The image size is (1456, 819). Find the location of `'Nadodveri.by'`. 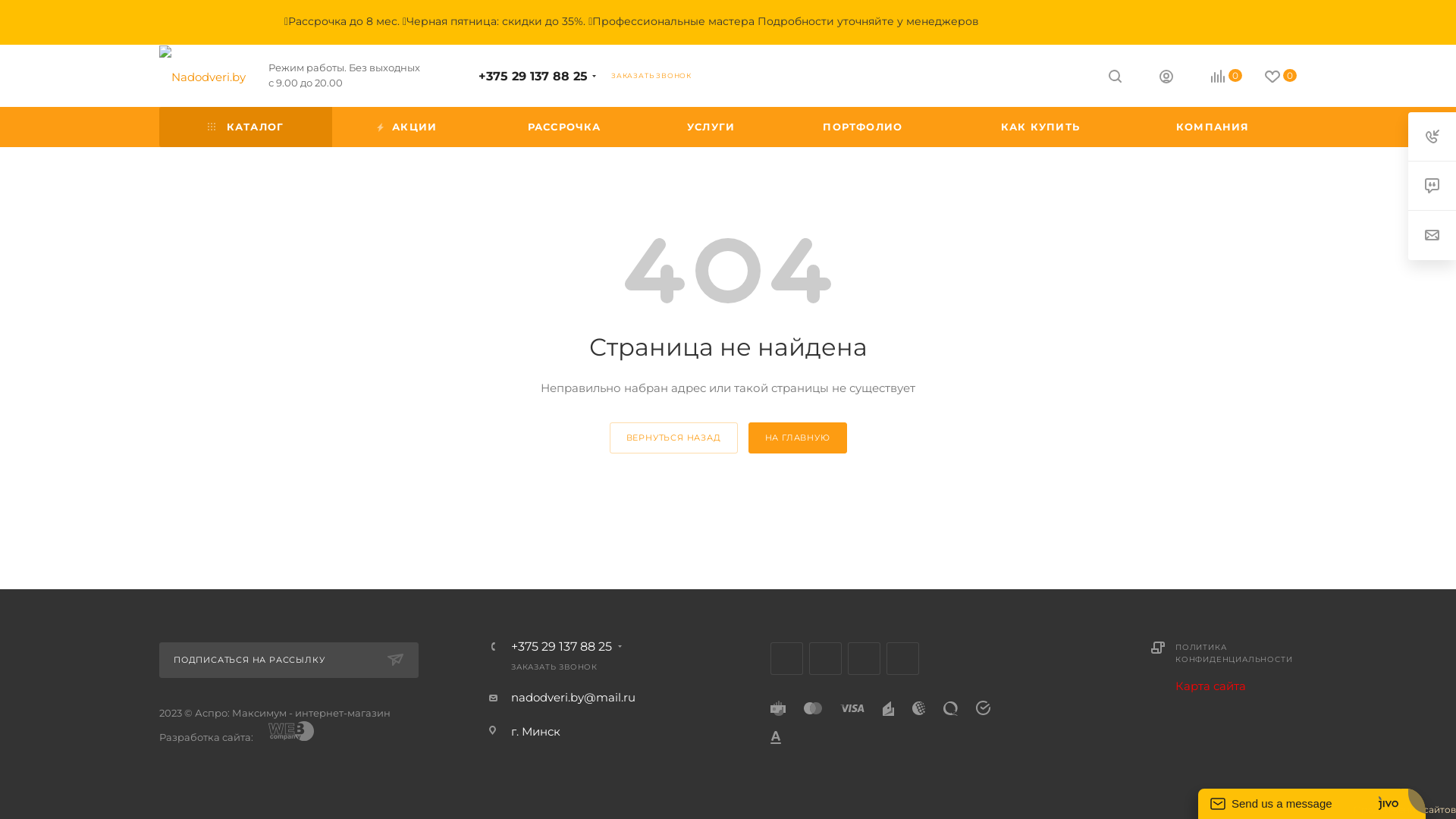

'Nadodveri.by' is located at coordinates (159, 76).